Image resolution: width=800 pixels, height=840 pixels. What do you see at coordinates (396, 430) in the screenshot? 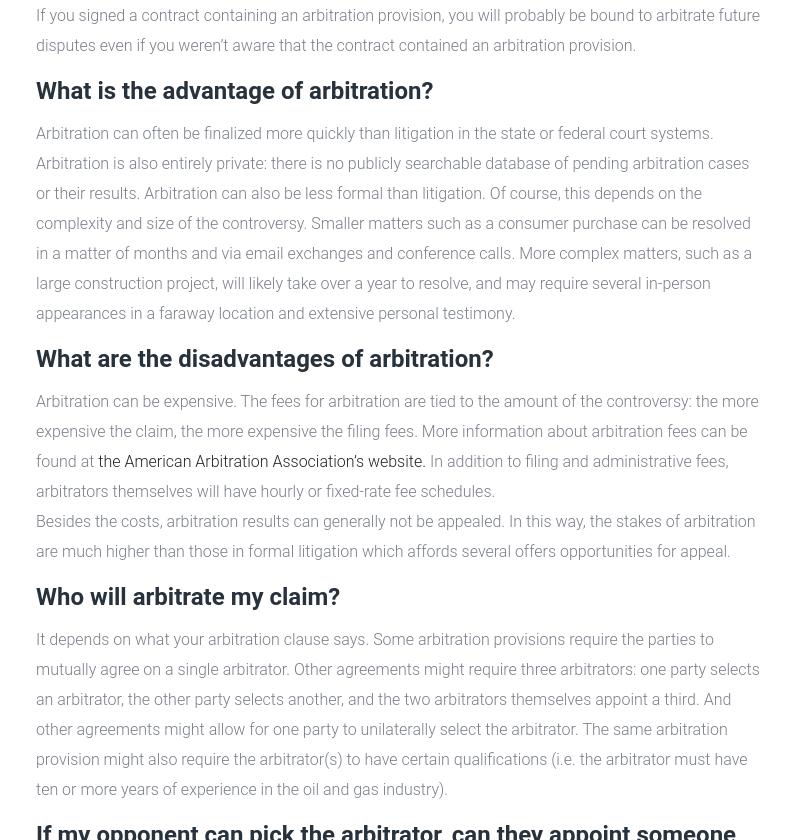
I see `'Arbitration can be expensive. The fees for arbitration are tied to the amount of the controversy: the more expensive the claim, the more expensive the filing fees. More information about arbitration fees can be found at'` at bounding box center [396, 430].